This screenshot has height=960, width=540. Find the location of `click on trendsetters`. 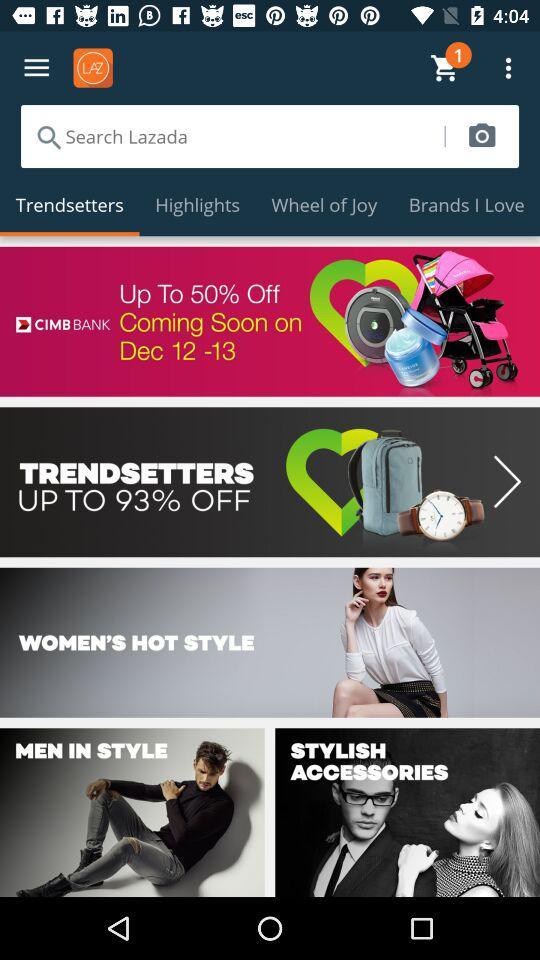

click on trendsetters is located at coordinates (270, 481).